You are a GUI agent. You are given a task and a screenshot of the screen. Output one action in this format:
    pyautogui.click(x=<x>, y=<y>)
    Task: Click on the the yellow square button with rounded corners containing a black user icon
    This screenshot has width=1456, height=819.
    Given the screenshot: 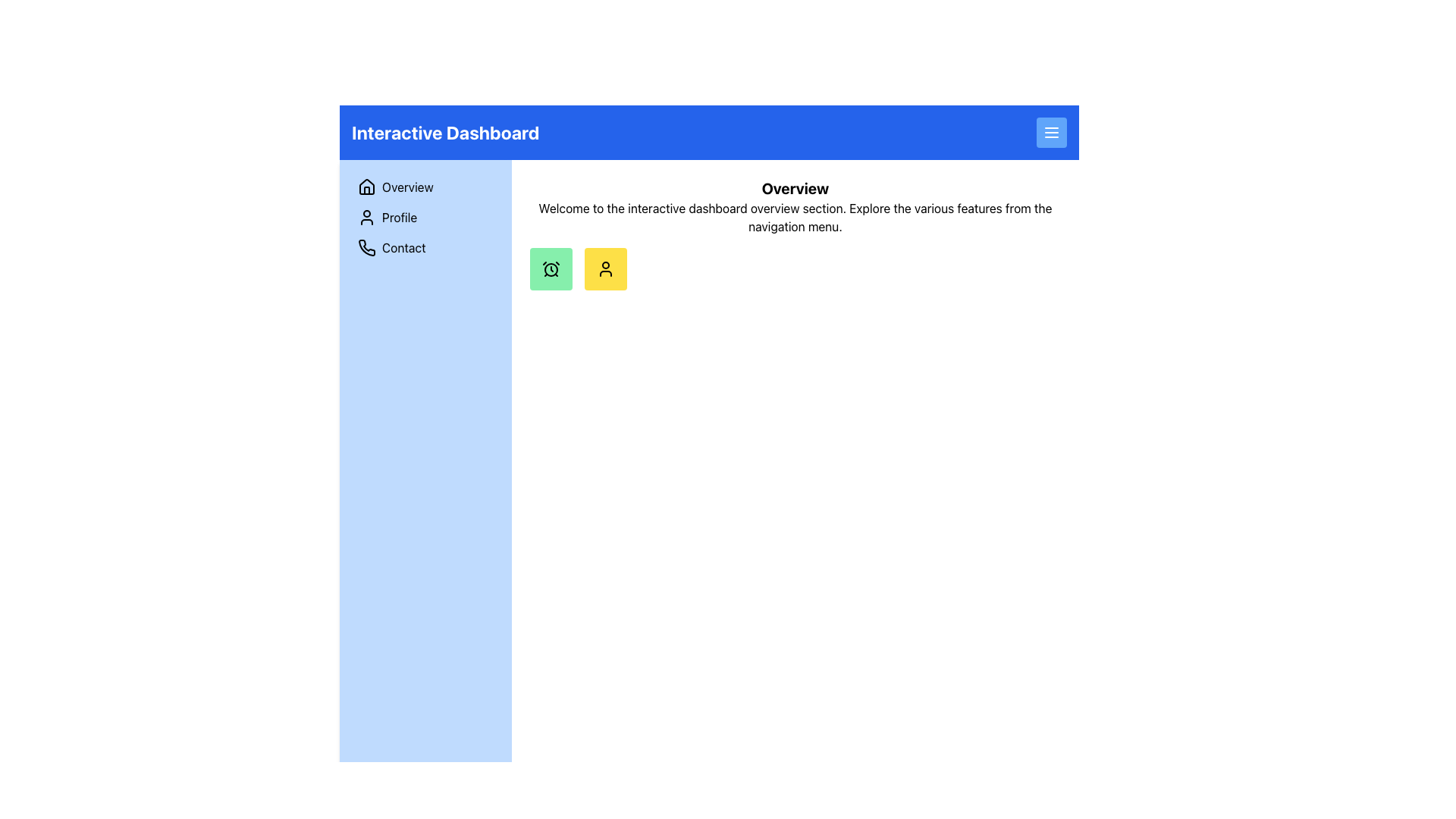 What is the action you would take?
    pyautogui.click(x=604, y=268)
    